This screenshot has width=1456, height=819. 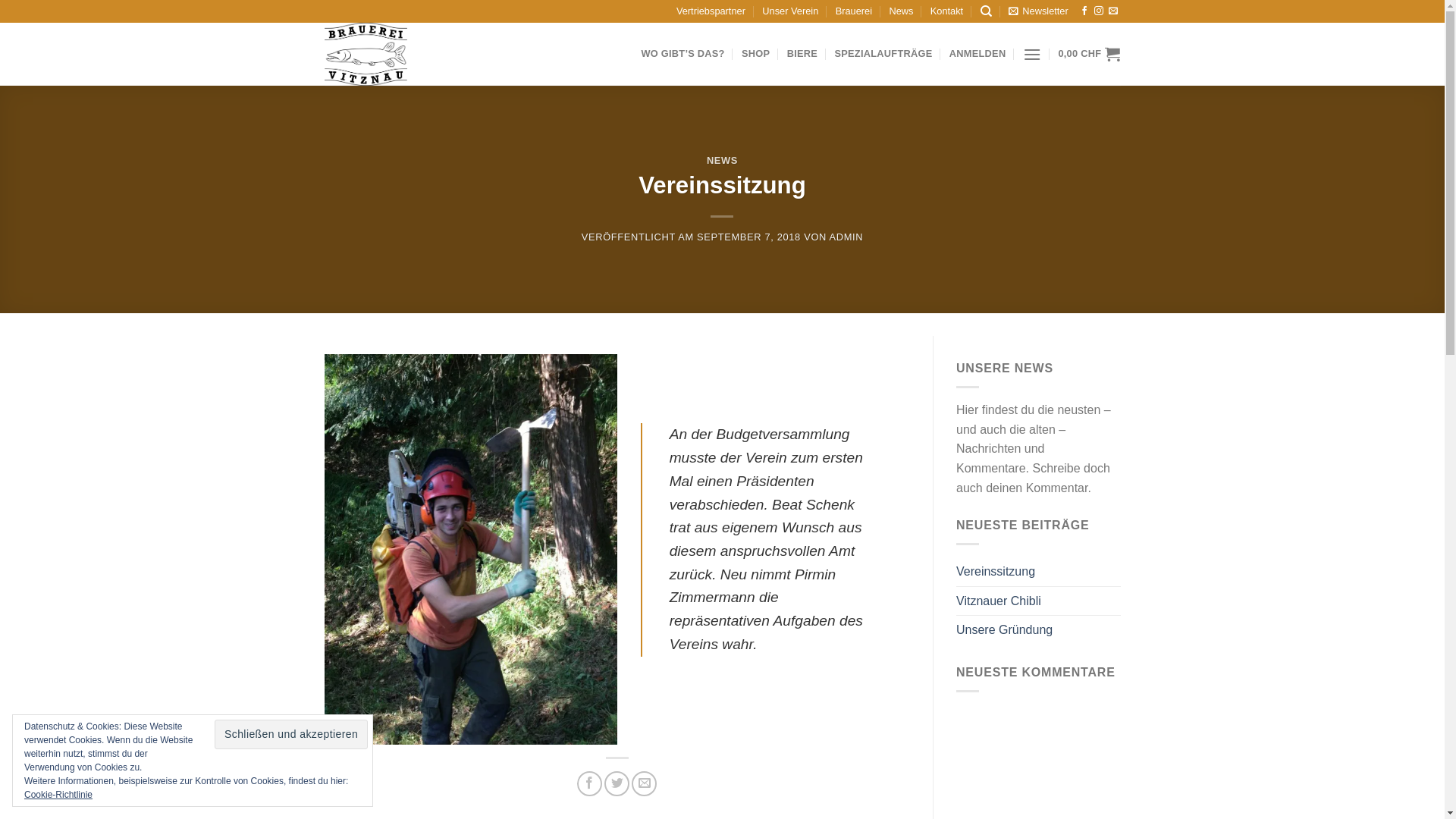 What do you see at coordinates (946, 11) in the screenshot?
I see `'Kontakt'` at bounding box center [946, 11].